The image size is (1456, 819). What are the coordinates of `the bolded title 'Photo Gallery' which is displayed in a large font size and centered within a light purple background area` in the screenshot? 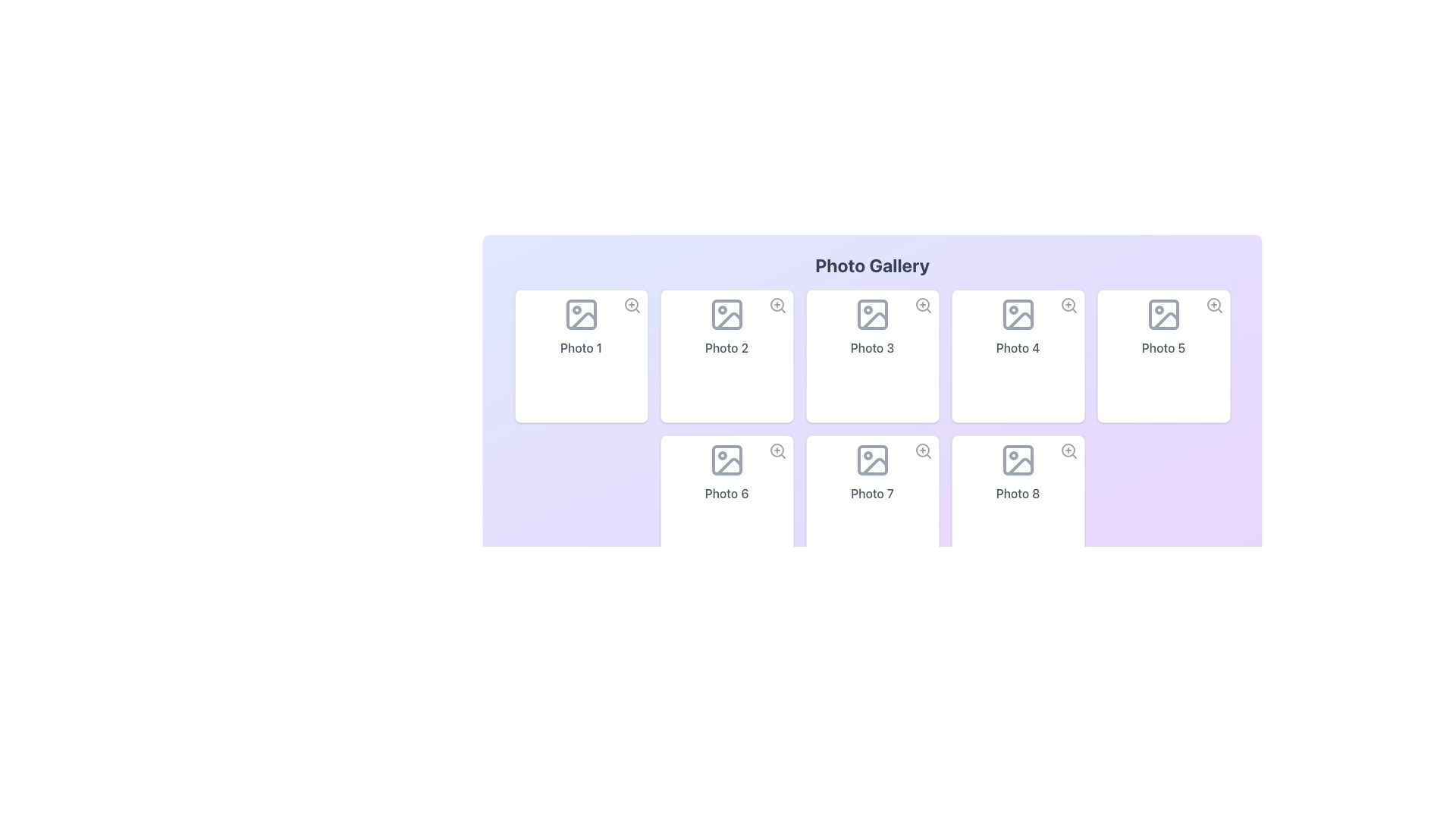 It's located at (872, 265).